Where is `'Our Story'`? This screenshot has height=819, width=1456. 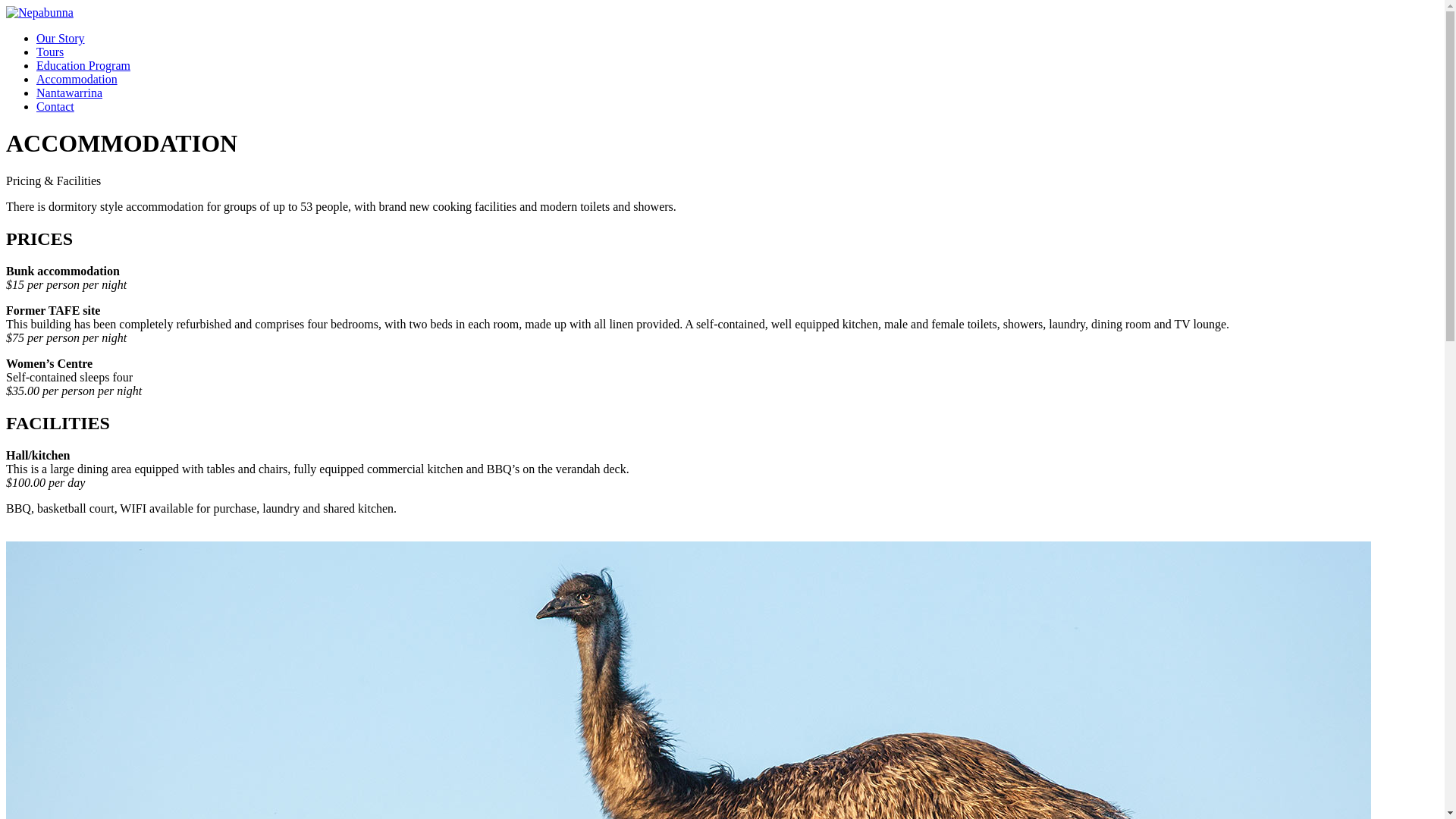 'Our Story' is located at coordinates (61, 37).